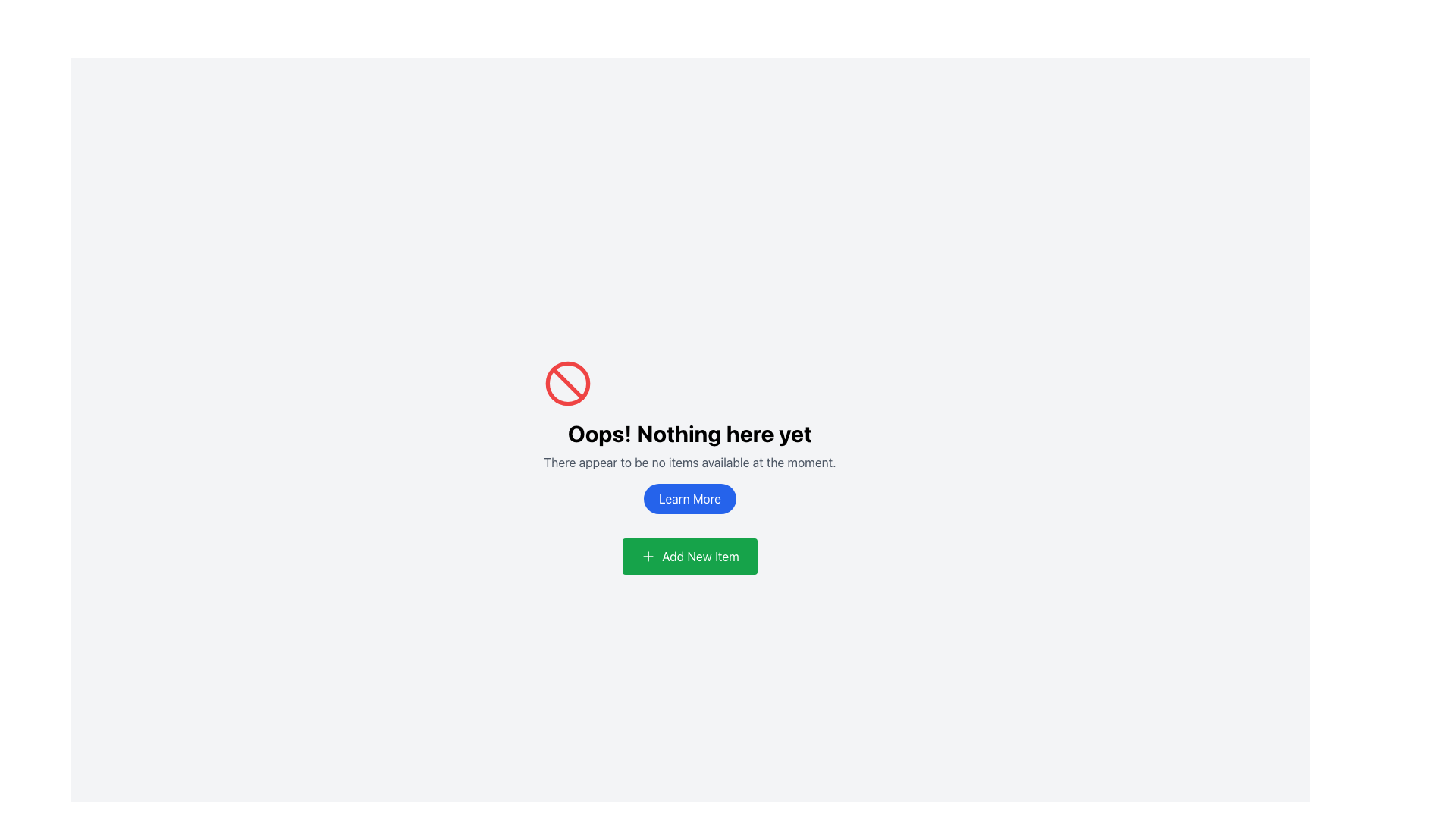 Image resolution: width=1456 pixels, height=819 pixels. I want to click on the green 'Add New Item' button with a white label and a plus icon to initiate the add new item action, so click(689, 556).